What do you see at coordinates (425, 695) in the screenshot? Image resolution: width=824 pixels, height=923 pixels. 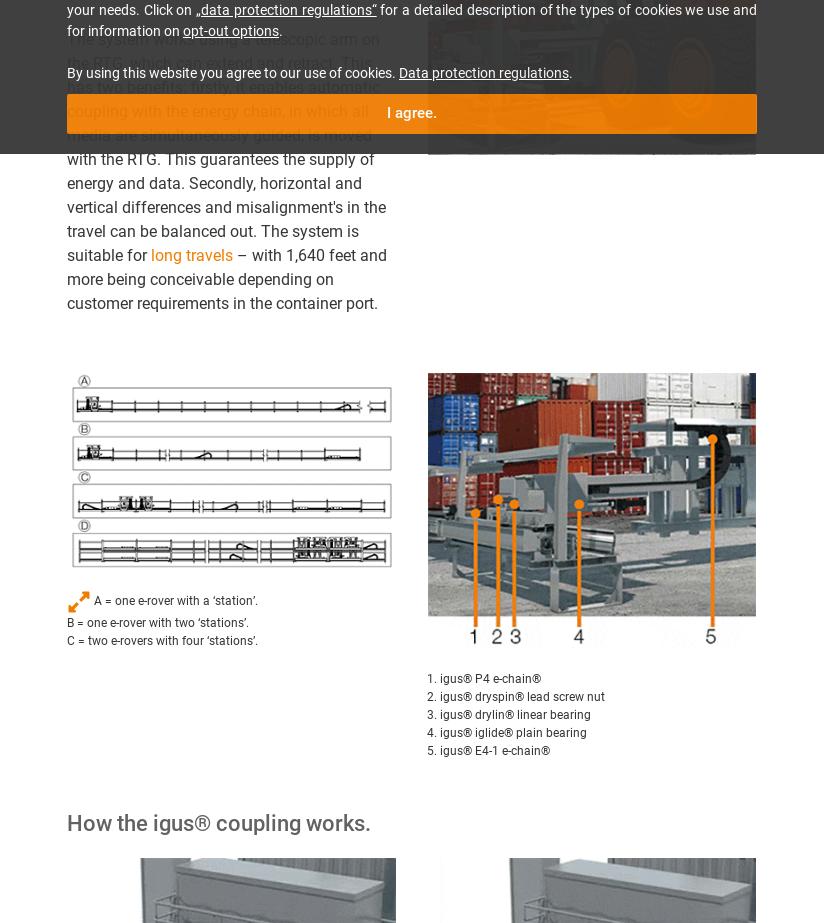 I see `'2. igus® dryspin® lead screw nut'` at bounding box center [425, 695].